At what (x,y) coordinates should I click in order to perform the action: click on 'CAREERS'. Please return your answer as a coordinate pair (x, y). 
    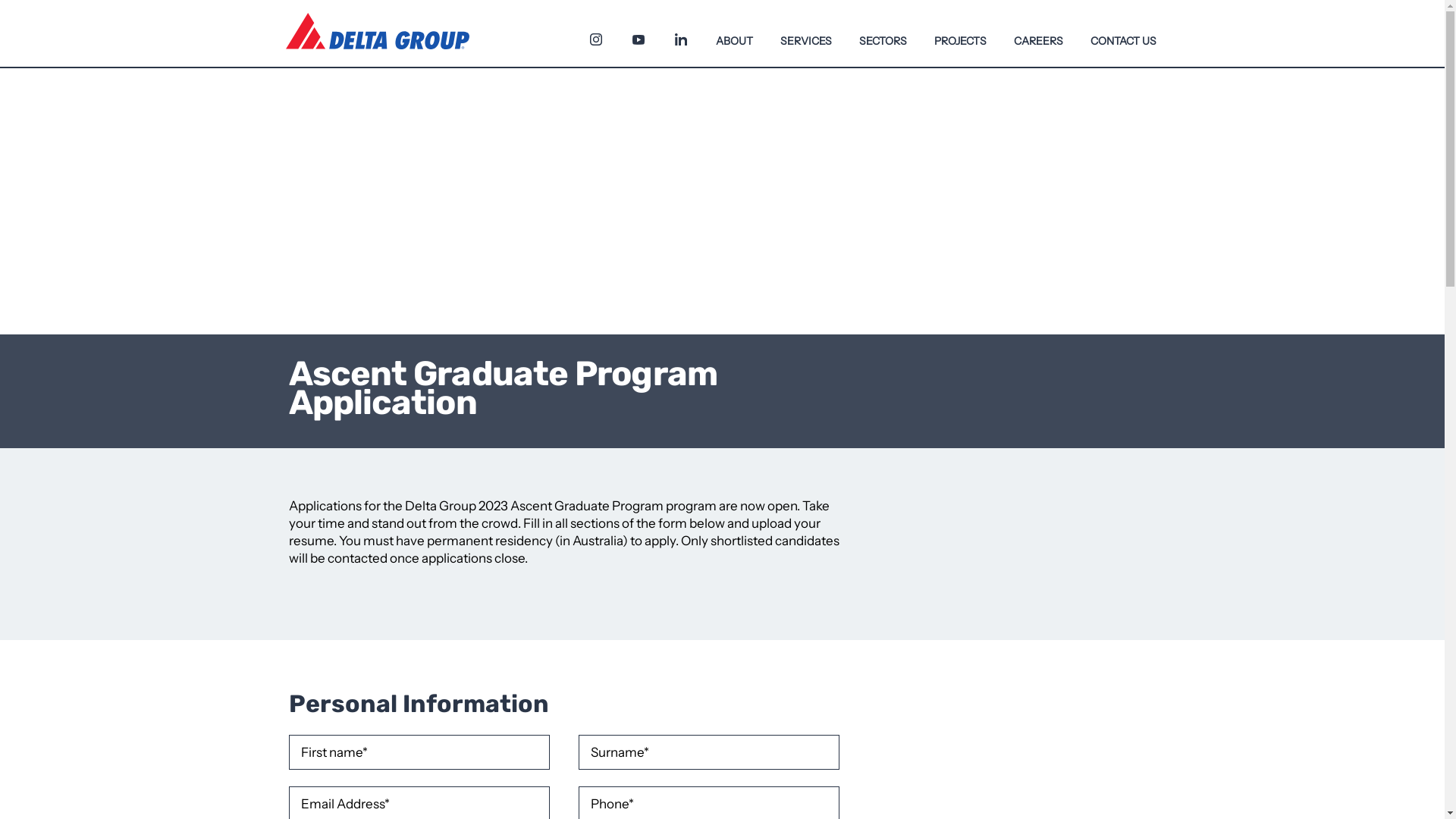
    Looking at the image, I should click on (1037, 33).